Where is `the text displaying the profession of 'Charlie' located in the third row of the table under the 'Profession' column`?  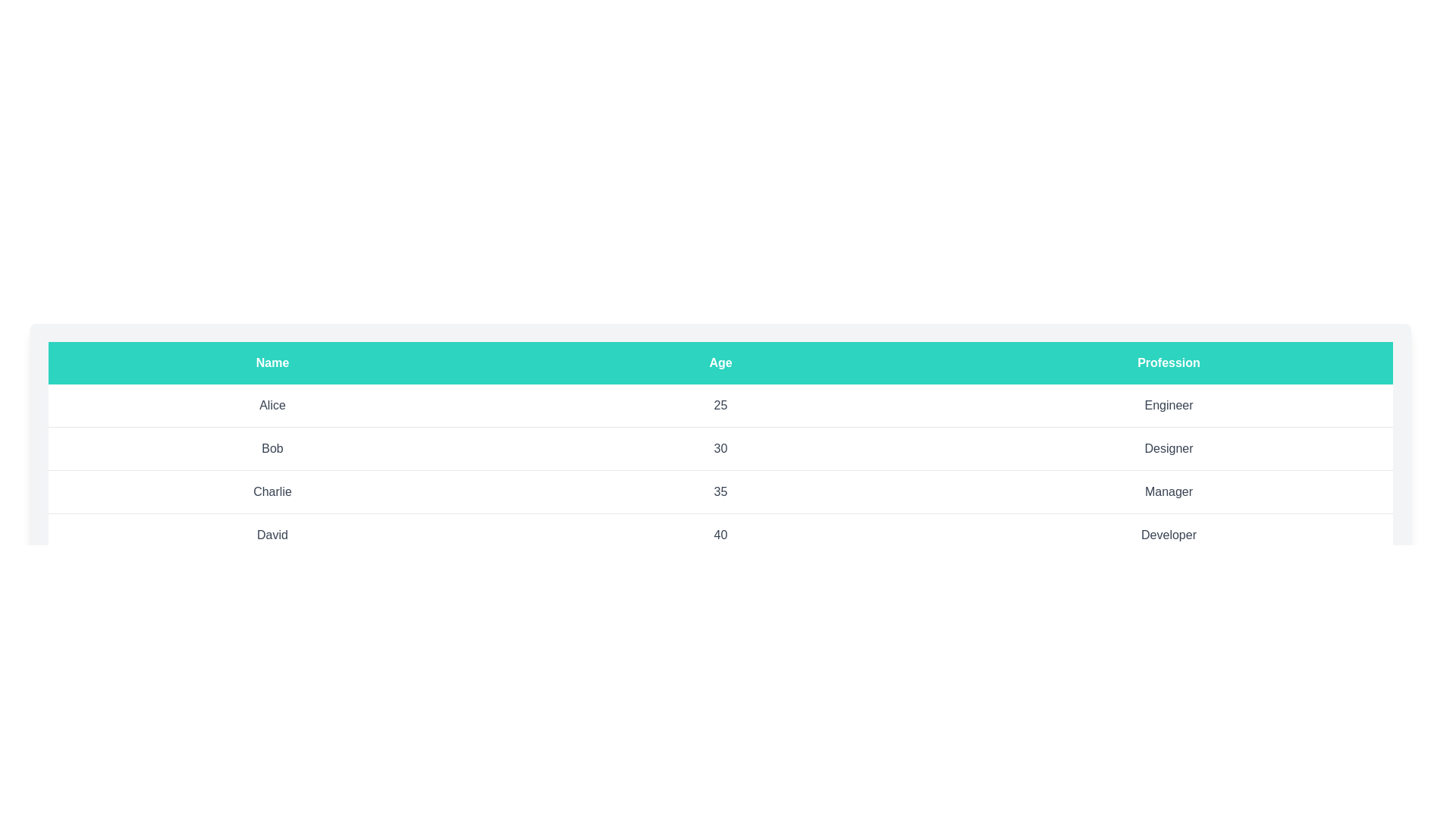 the text displaying the profession of 'Charlie' located in the third row of the table under the 'Profession' column is located at coordinates (1168, 491).